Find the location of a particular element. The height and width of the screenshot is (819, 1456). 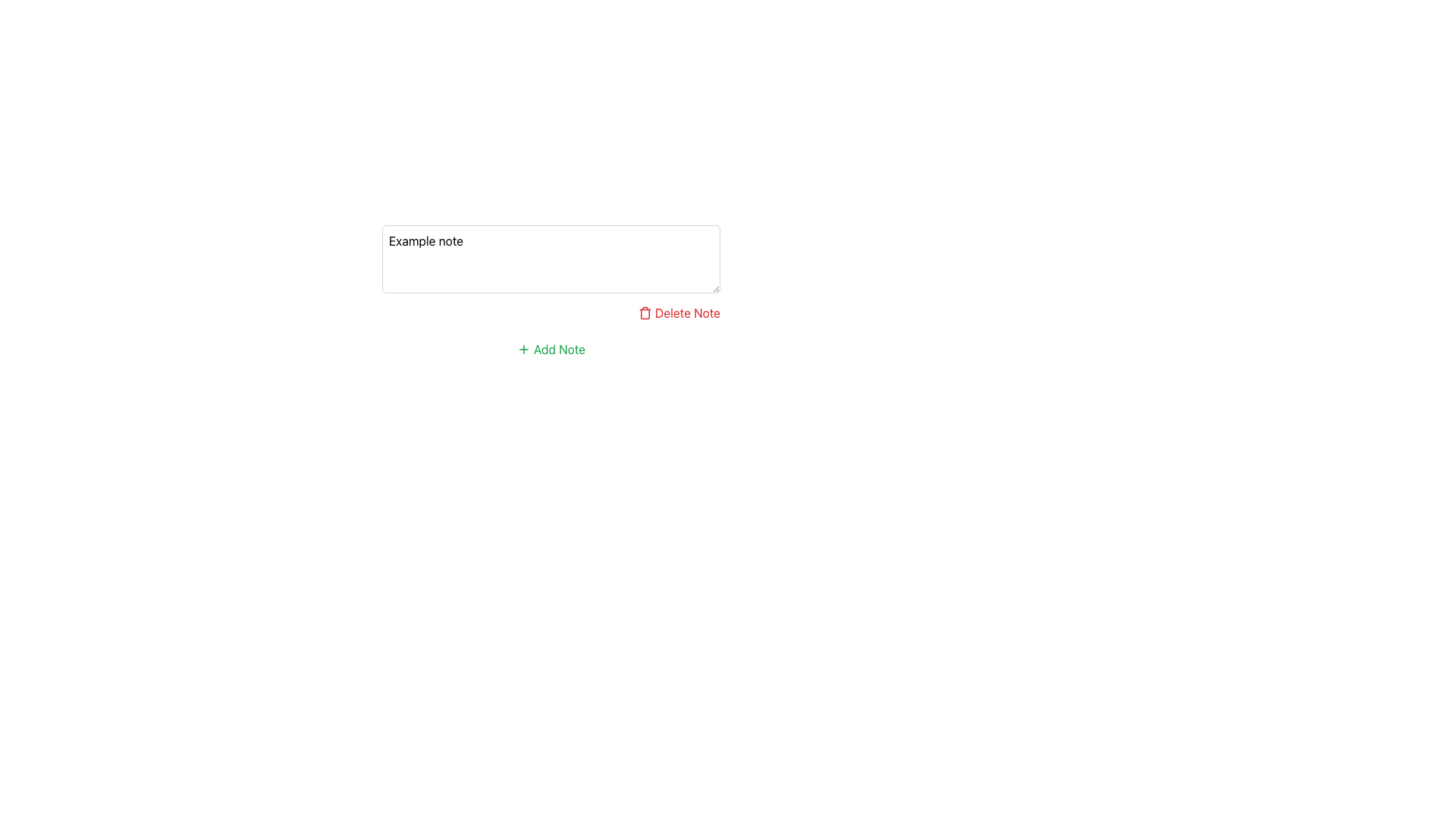

the green 'plus' icon button located to the left of the 'Add Note' text by moving the cursor to its center point is located at coordinates (524, 350).